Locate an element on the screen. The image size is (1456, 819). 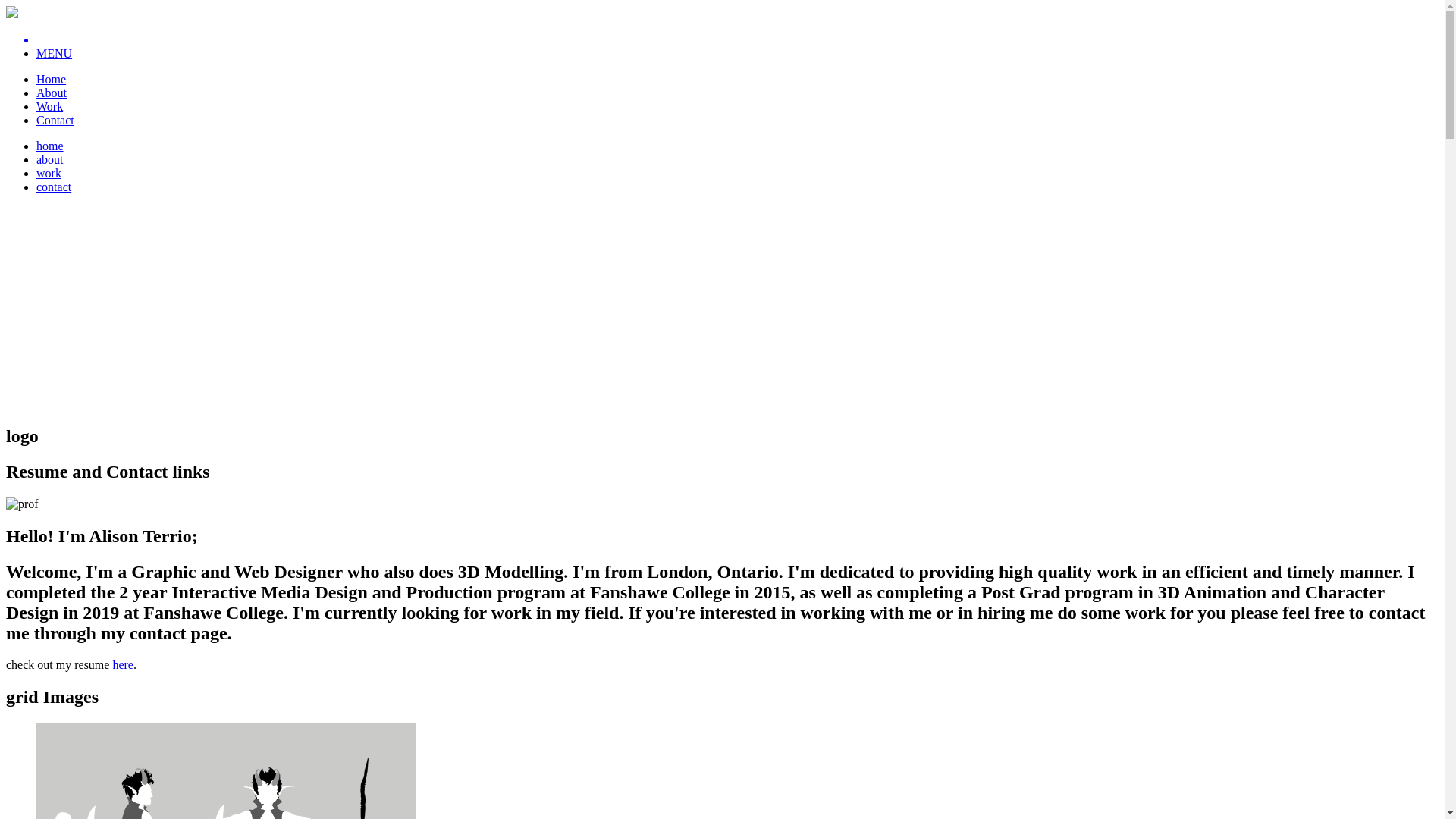
'here' is located at coordinates (123, 664).